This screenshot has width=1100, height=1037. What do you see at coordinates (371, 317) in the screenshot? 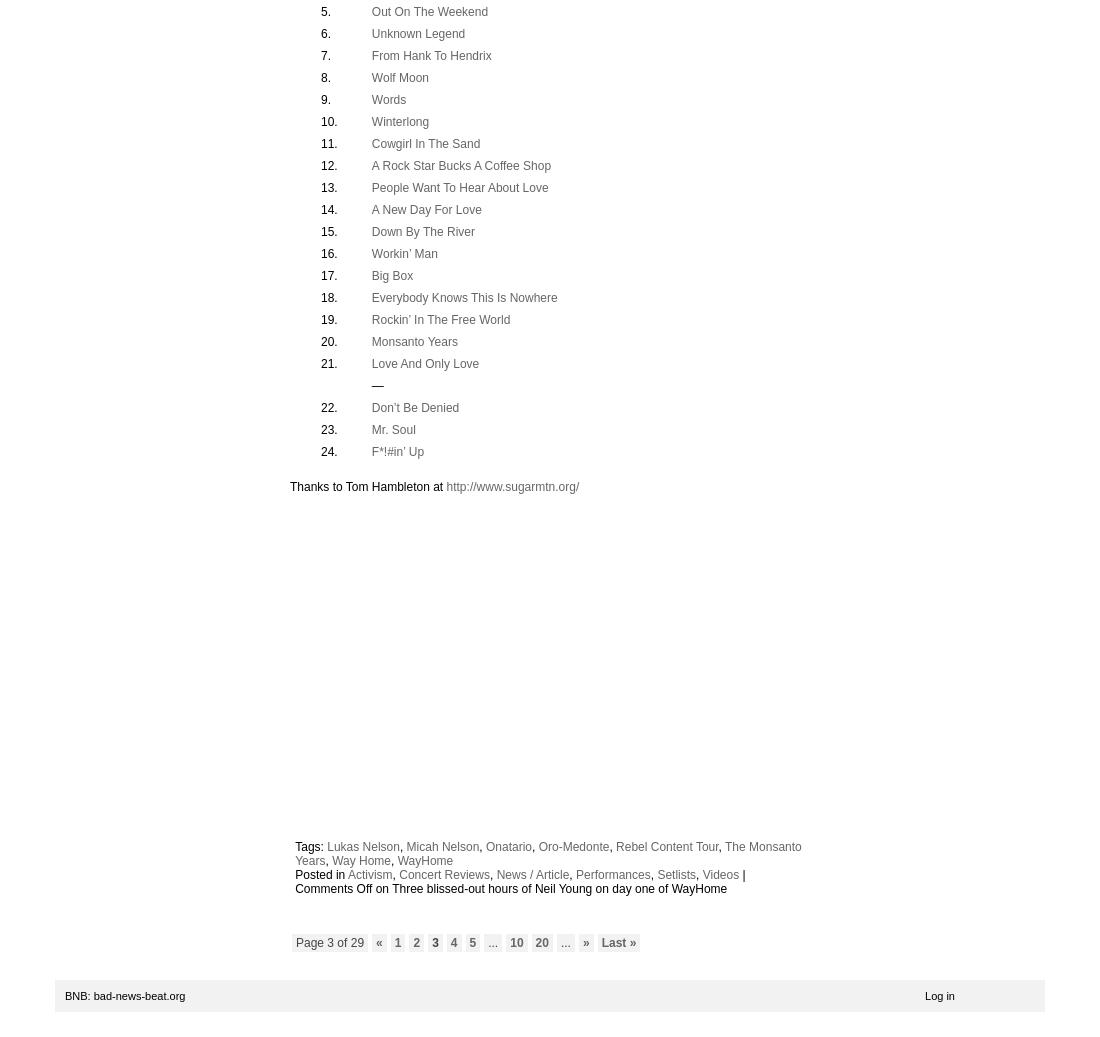
I see `'Rockin’ In The Free World'` at bounding box center [371, 317].